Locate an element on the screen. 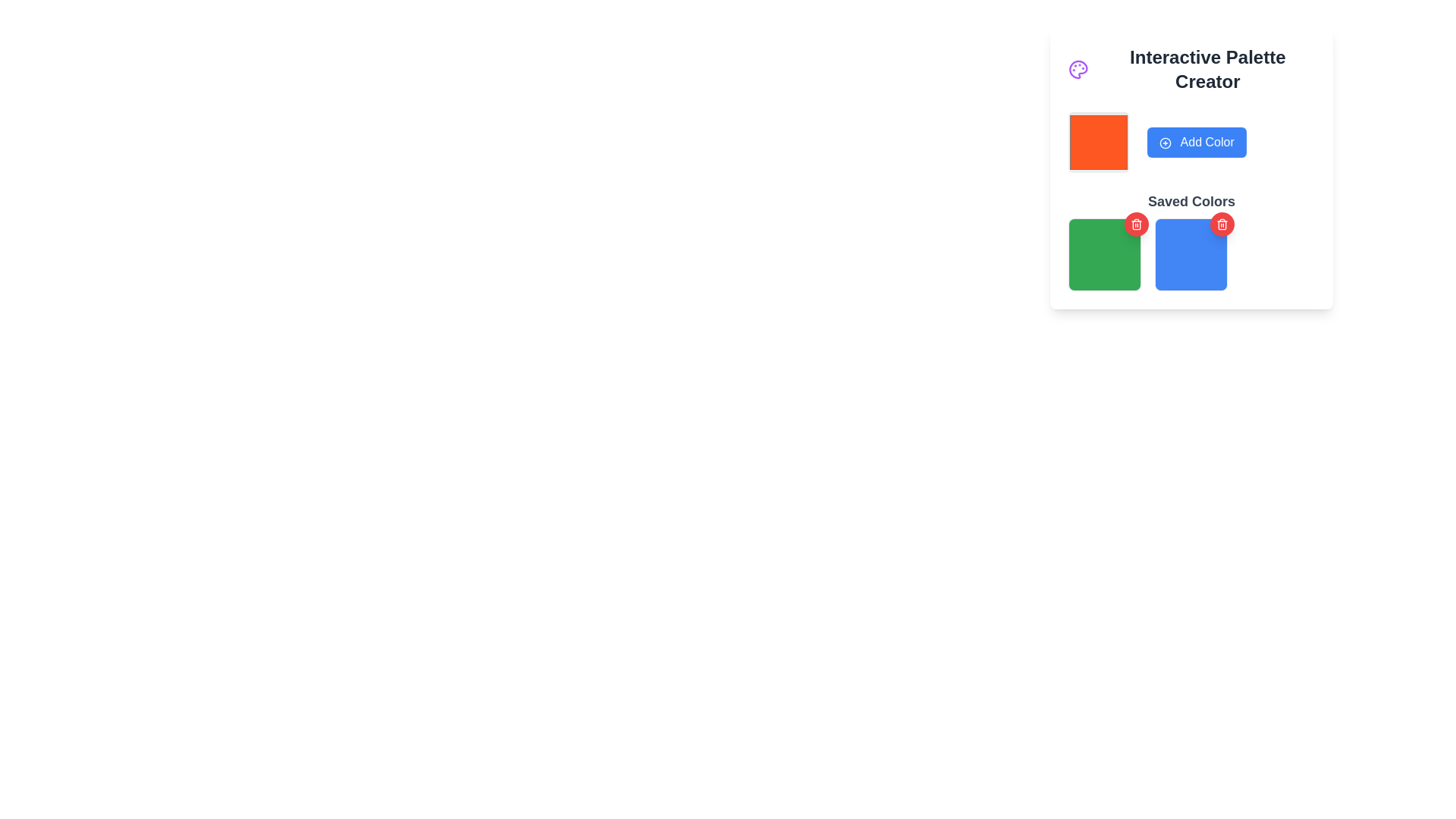 This screenshot has height=819, width=1456. the trash can icon button with a red circular background is located at coordinates (1222, 224).